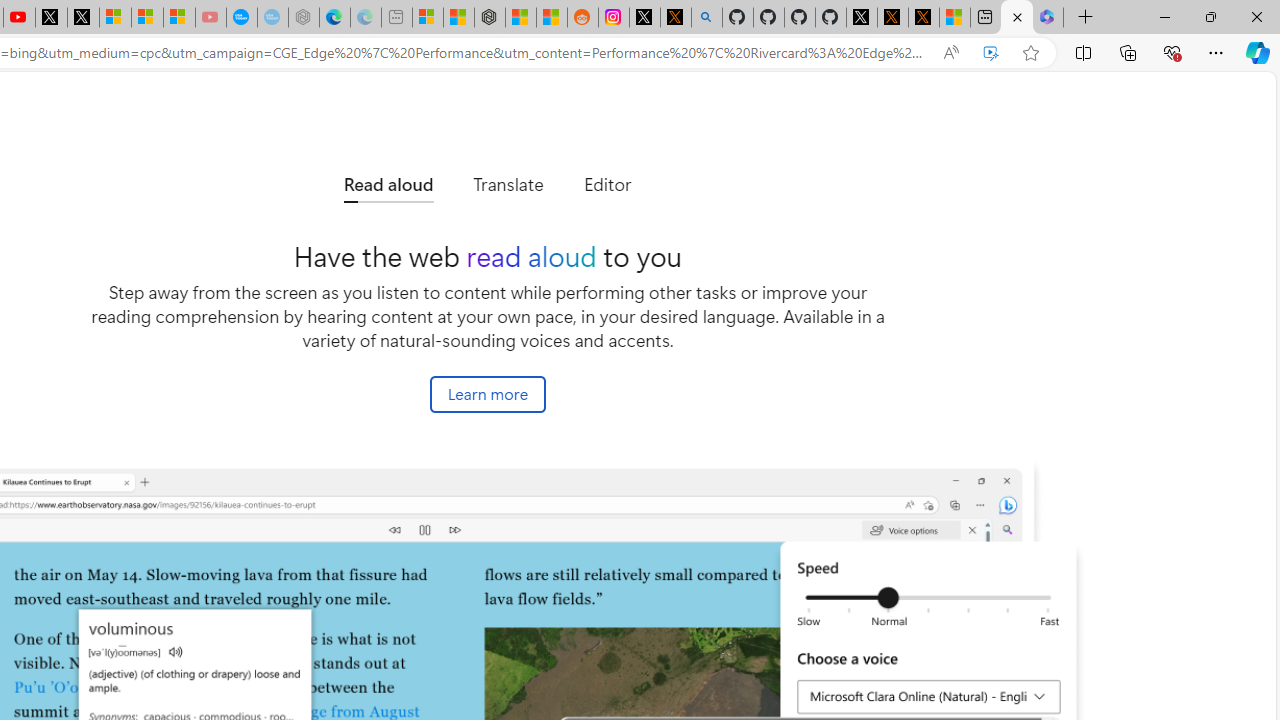  I want to click on 'Nordace - Duffels', so click(490, 17).